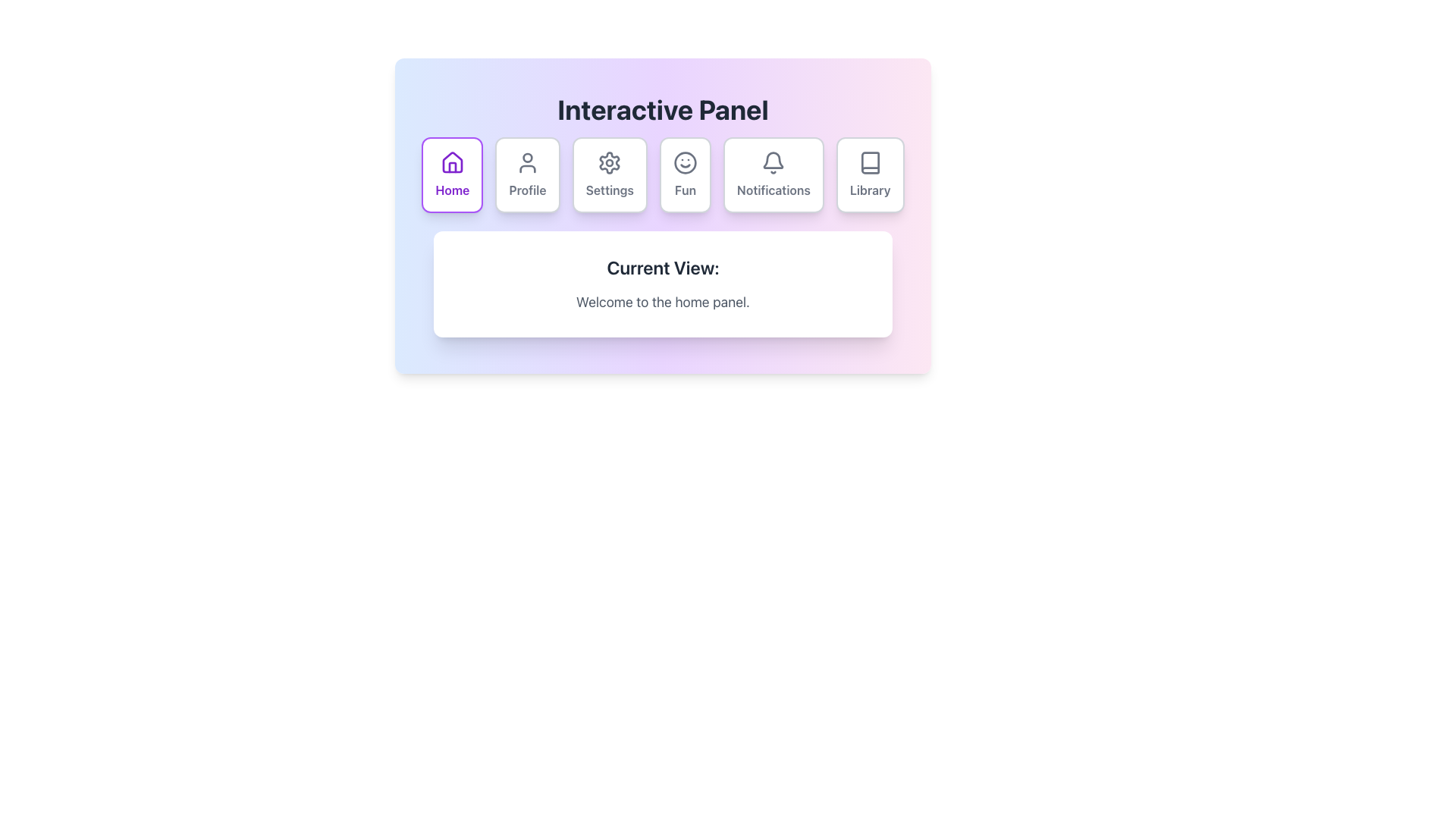  What do you see at coordinates (870, 163) in the screenshot?
I see `the 'Library' icon located at the bottom right corner of the interactive panel, positioned above the text 'Library'` at bounding box center [870, 163].